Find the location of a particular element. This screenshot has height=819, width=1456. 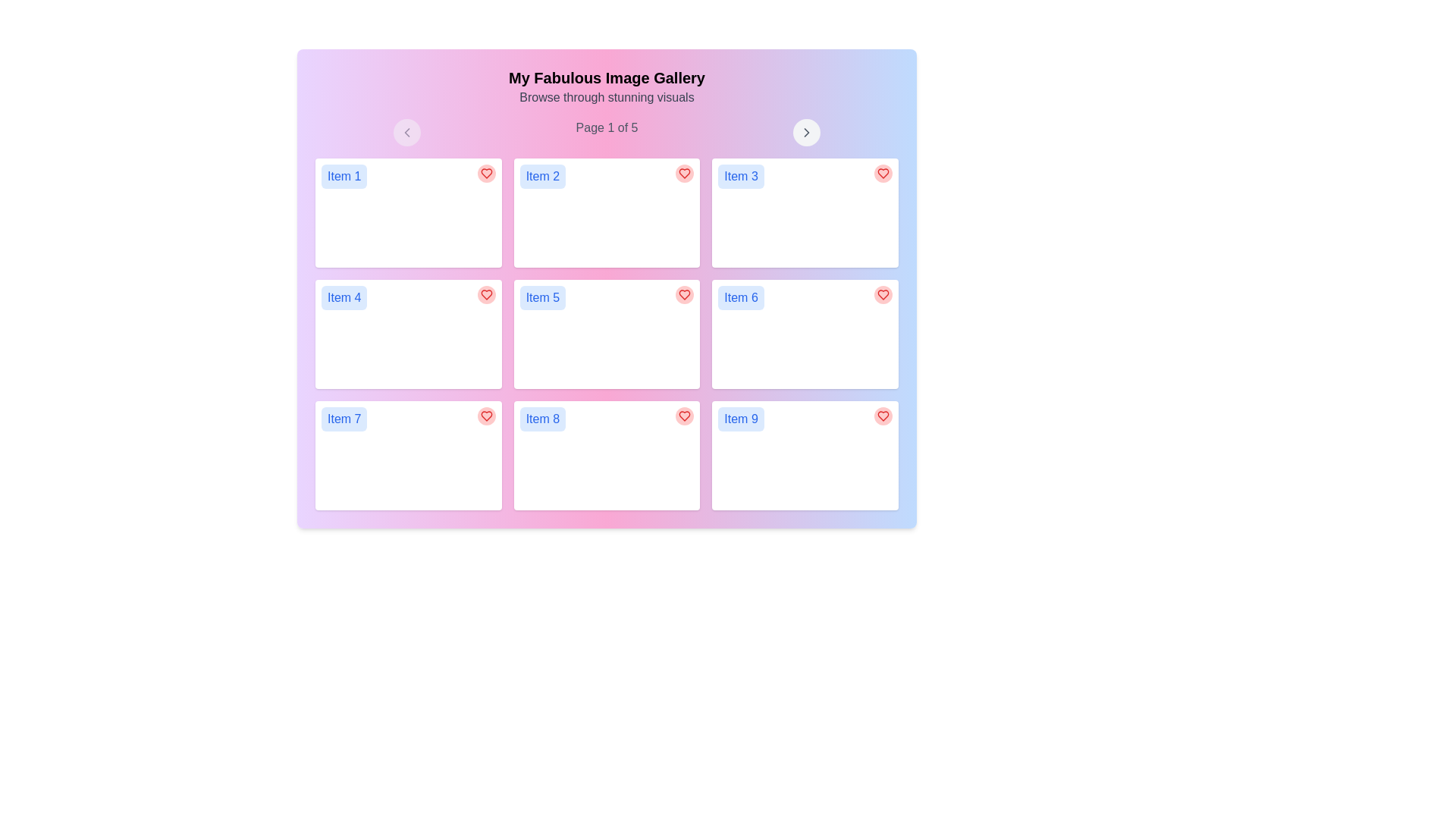

the right navigation chevron icon is located at coordinates (806, 131).